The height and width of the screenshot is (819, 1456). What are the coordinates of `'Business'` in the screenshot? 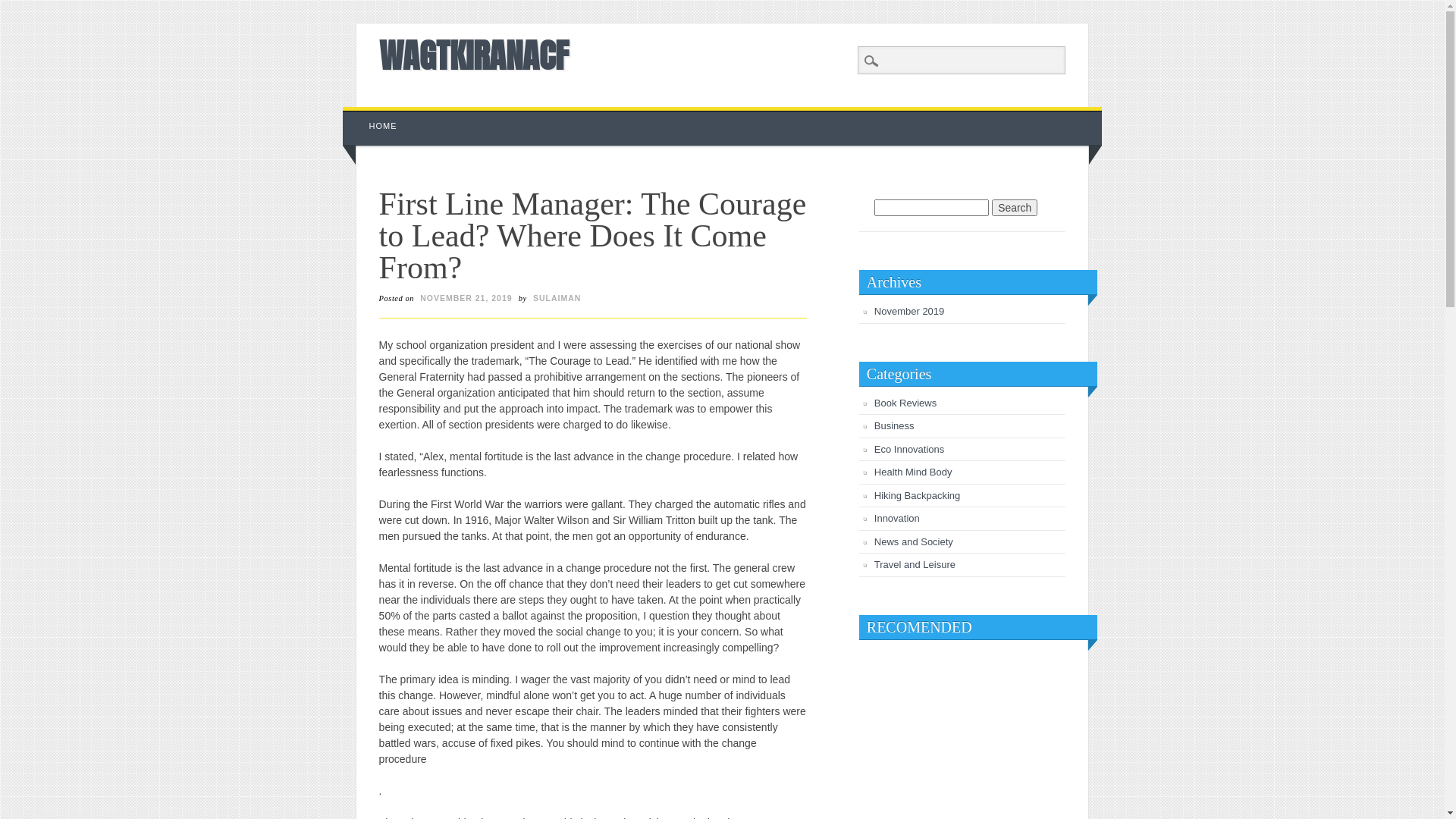 It's located at (894, 425).